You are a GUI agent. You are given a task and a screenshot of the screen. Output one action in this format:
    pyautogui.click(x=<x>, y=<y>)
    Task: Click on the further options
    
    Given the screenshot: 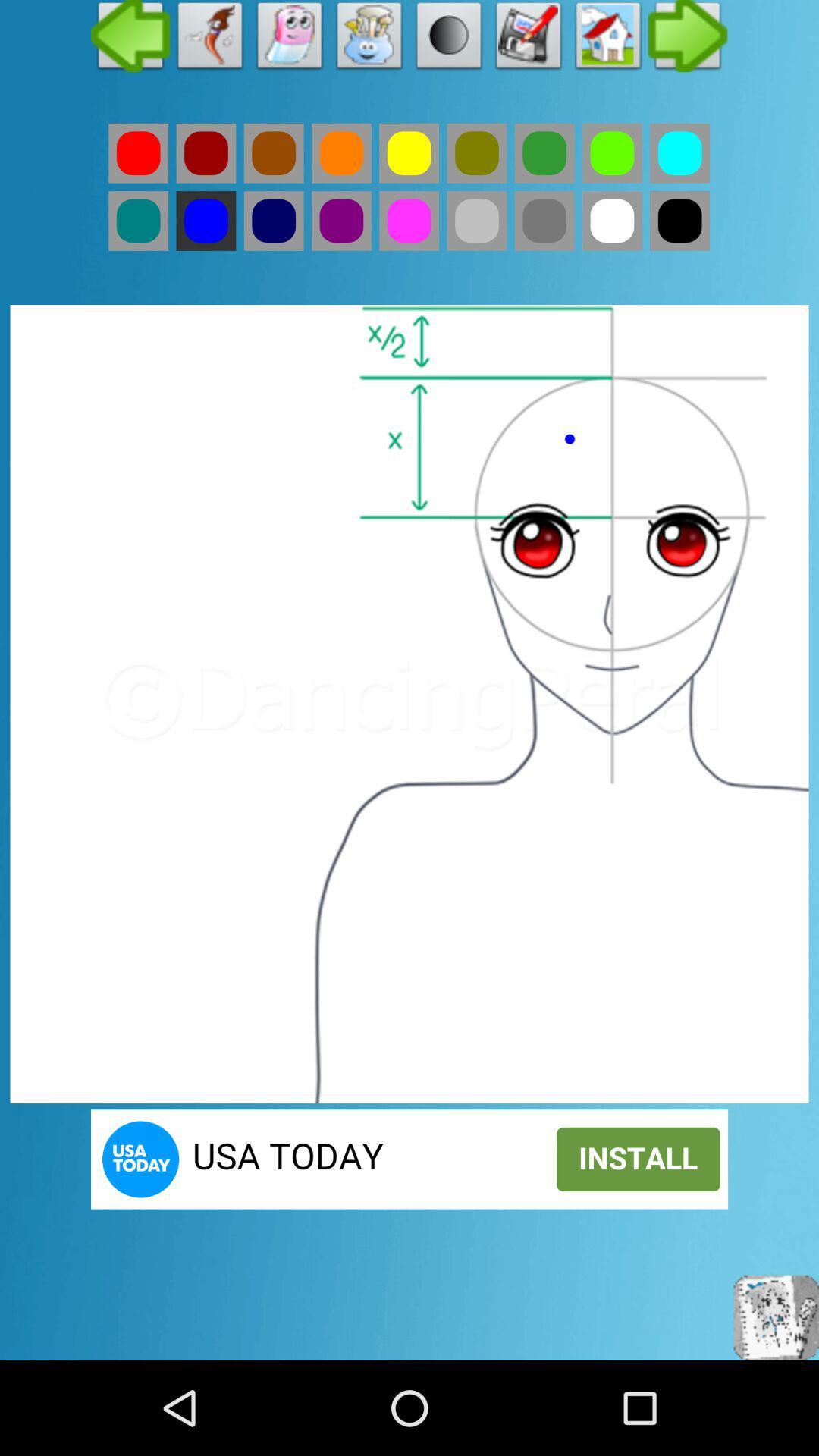 What is the action you would take?
    pyautogui.click(x=688, y=39)
    